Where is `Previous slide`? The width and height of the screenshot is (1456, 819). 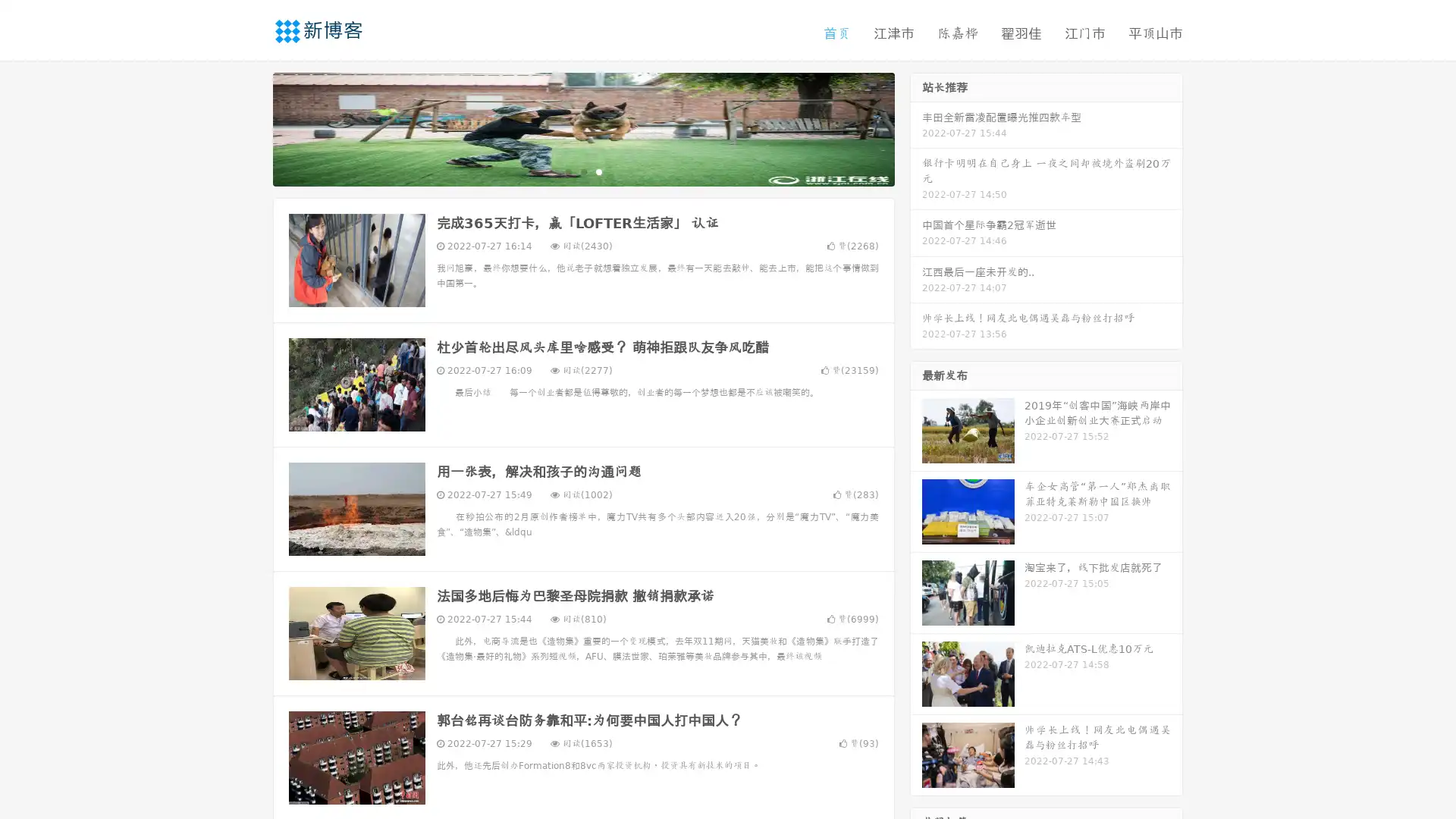
Previous slide is located at coordinates (250, 127).